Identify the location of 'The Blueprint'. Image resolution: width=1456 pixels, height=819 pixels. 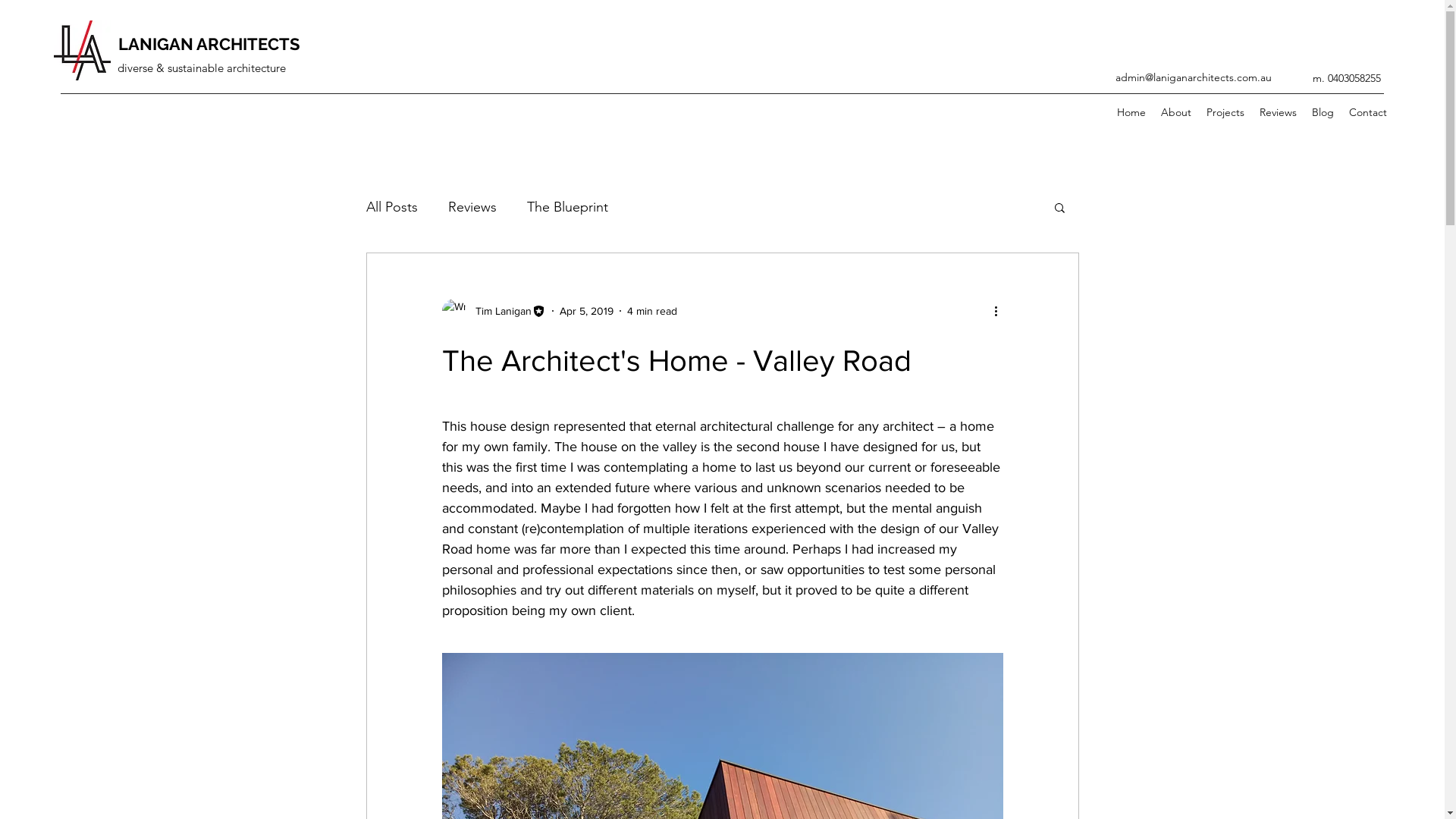
(566, 207).